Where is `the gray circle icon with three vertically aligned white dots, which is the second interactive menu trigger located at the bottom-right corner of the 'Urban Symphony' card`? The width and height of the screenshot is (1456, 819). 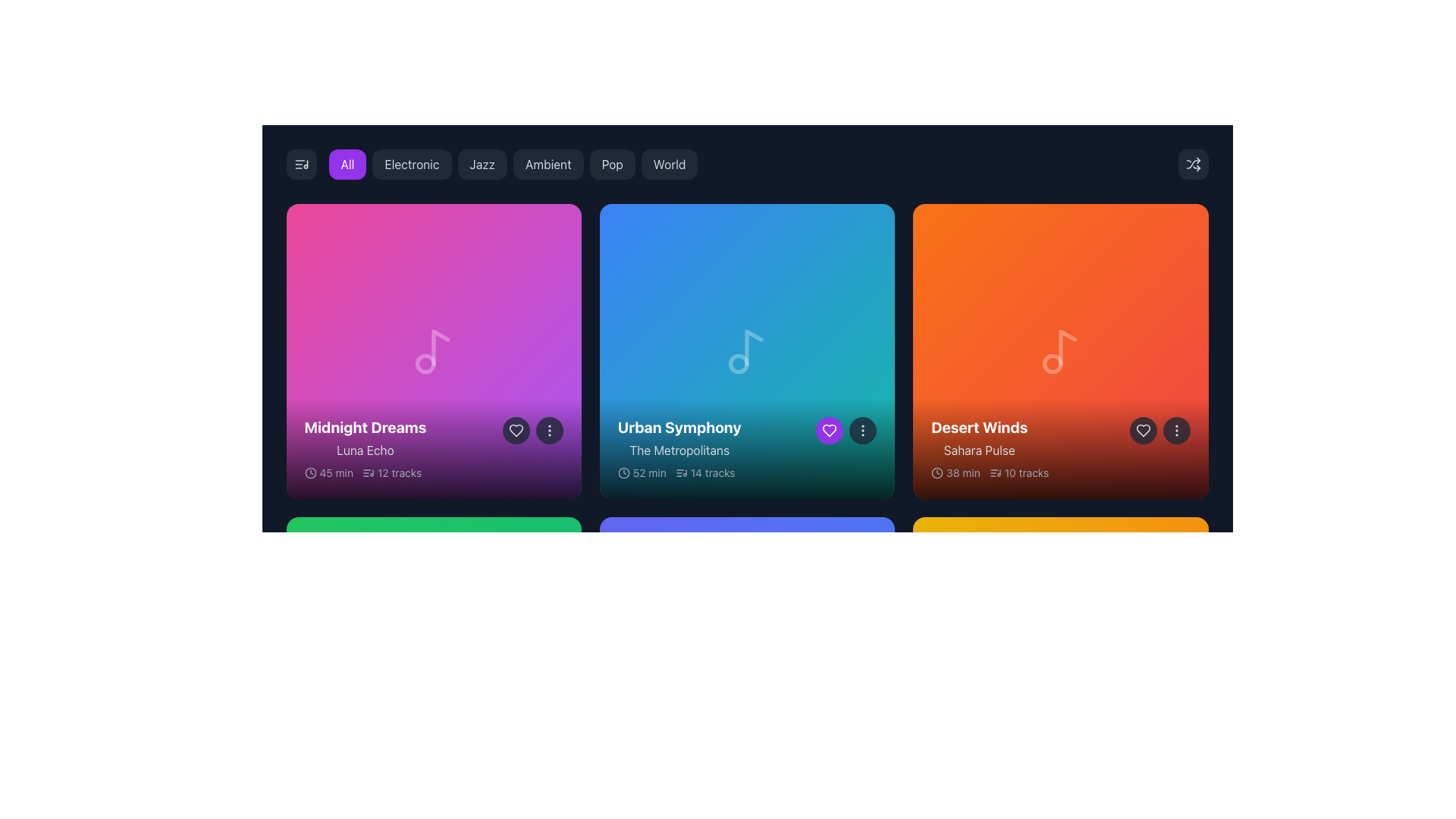 the gray circle icon with three vertically aligned white dots, which is the second interactive menu trigger located at the bottom-right corner of the 'Urban Symphony' card is located at coordinates (846, 431).